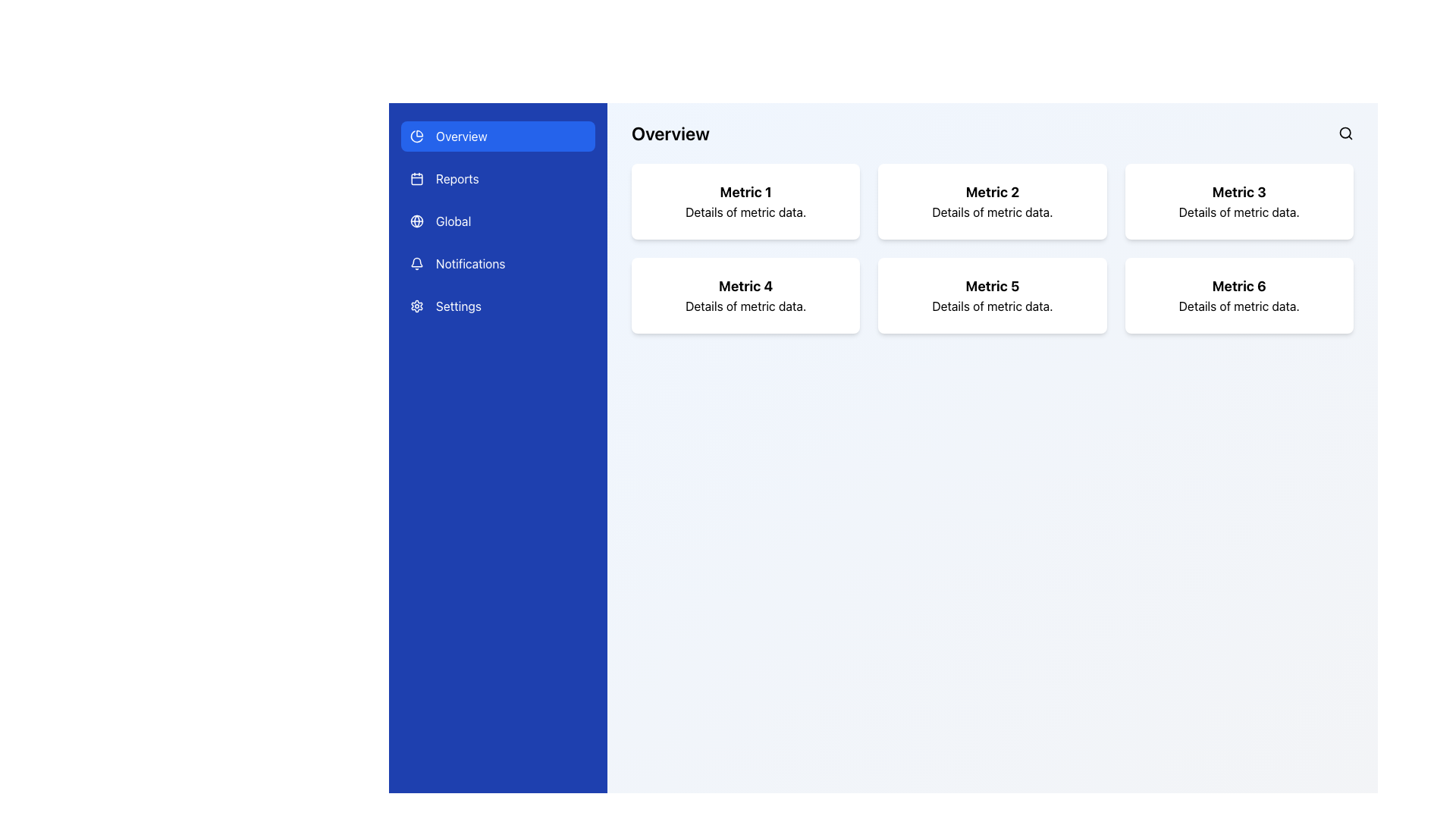  Describe the element at coordinates (457, 306) in the screenshot. I see `the 'Settings' text label in the left-side navigation menu` at that location.